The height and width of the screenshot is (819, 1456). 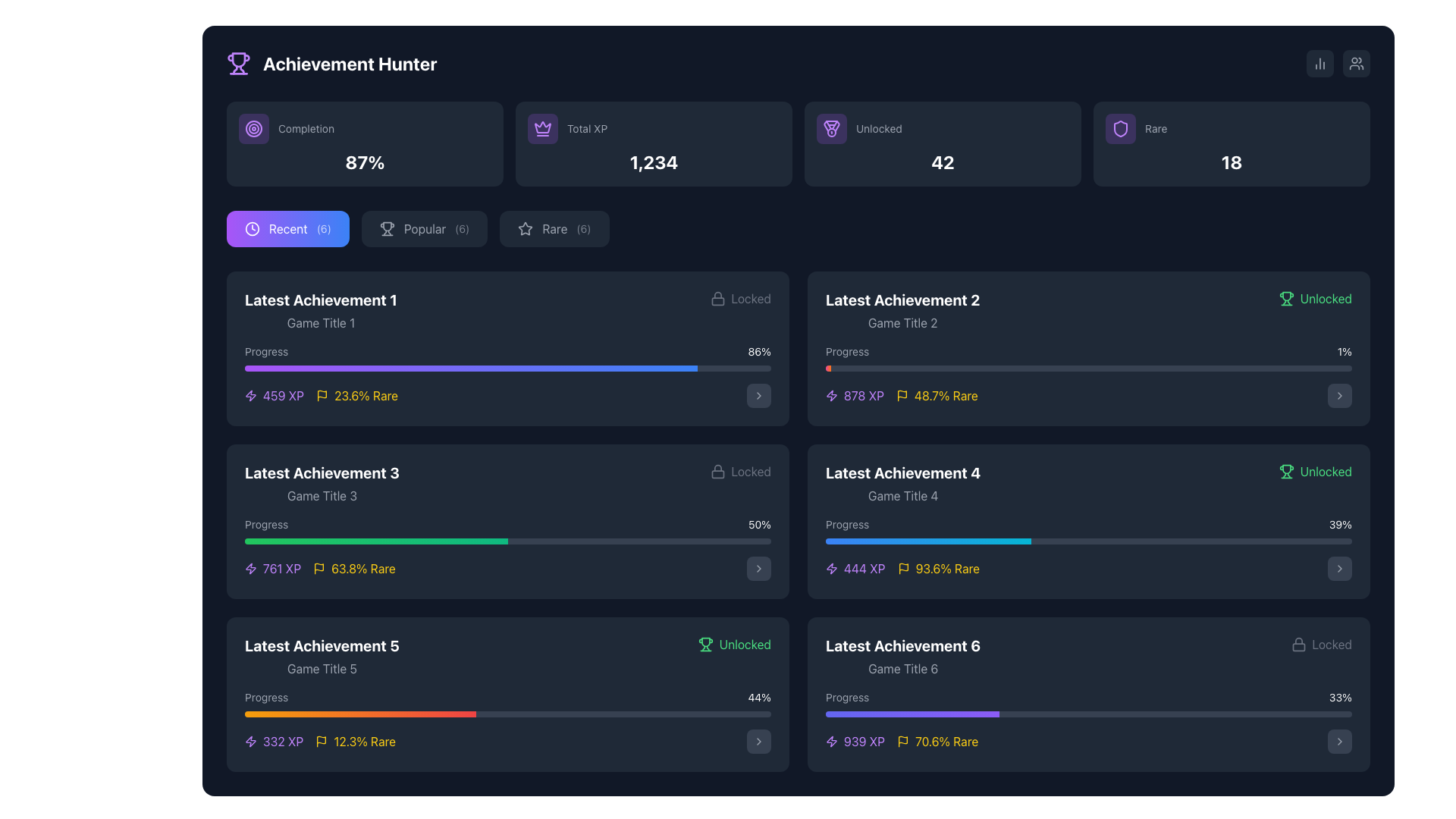 I want to click on the active trophy icon that indicates an unlocked achievement, positioned beside the text 'Unlocked', so click(x=1285, y=298).